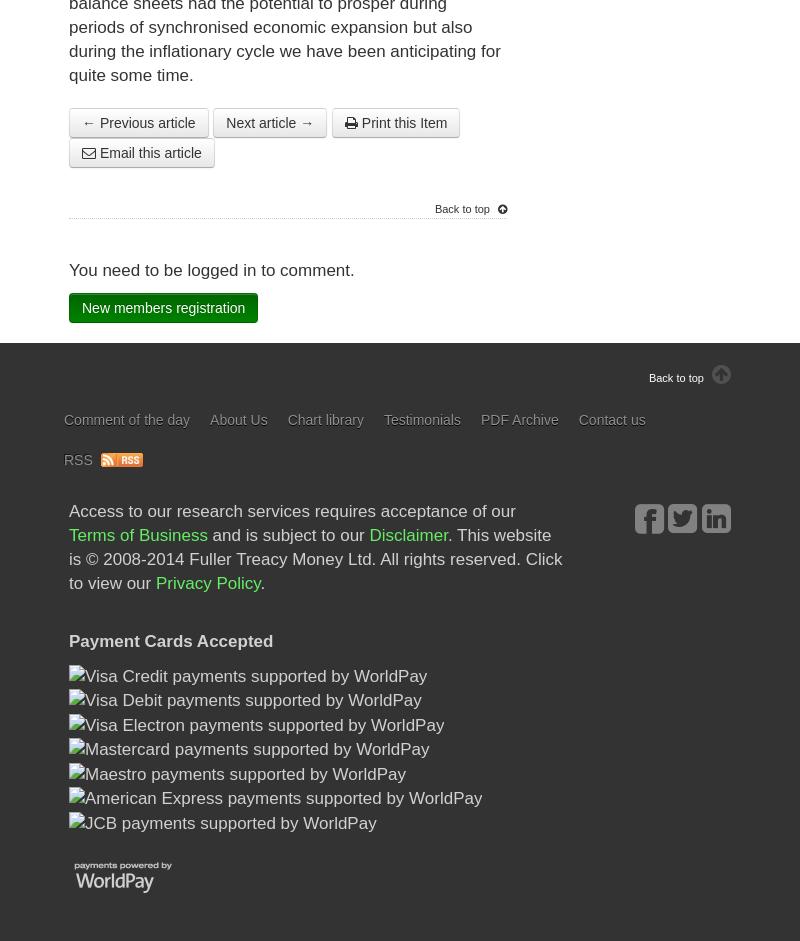 The width and height of the screenshot is (800, 941). What do you see at coordinates (169, 641) in the screenshot?
I see `'Payment Cards Accepted'` at bounding box center [169, 641].